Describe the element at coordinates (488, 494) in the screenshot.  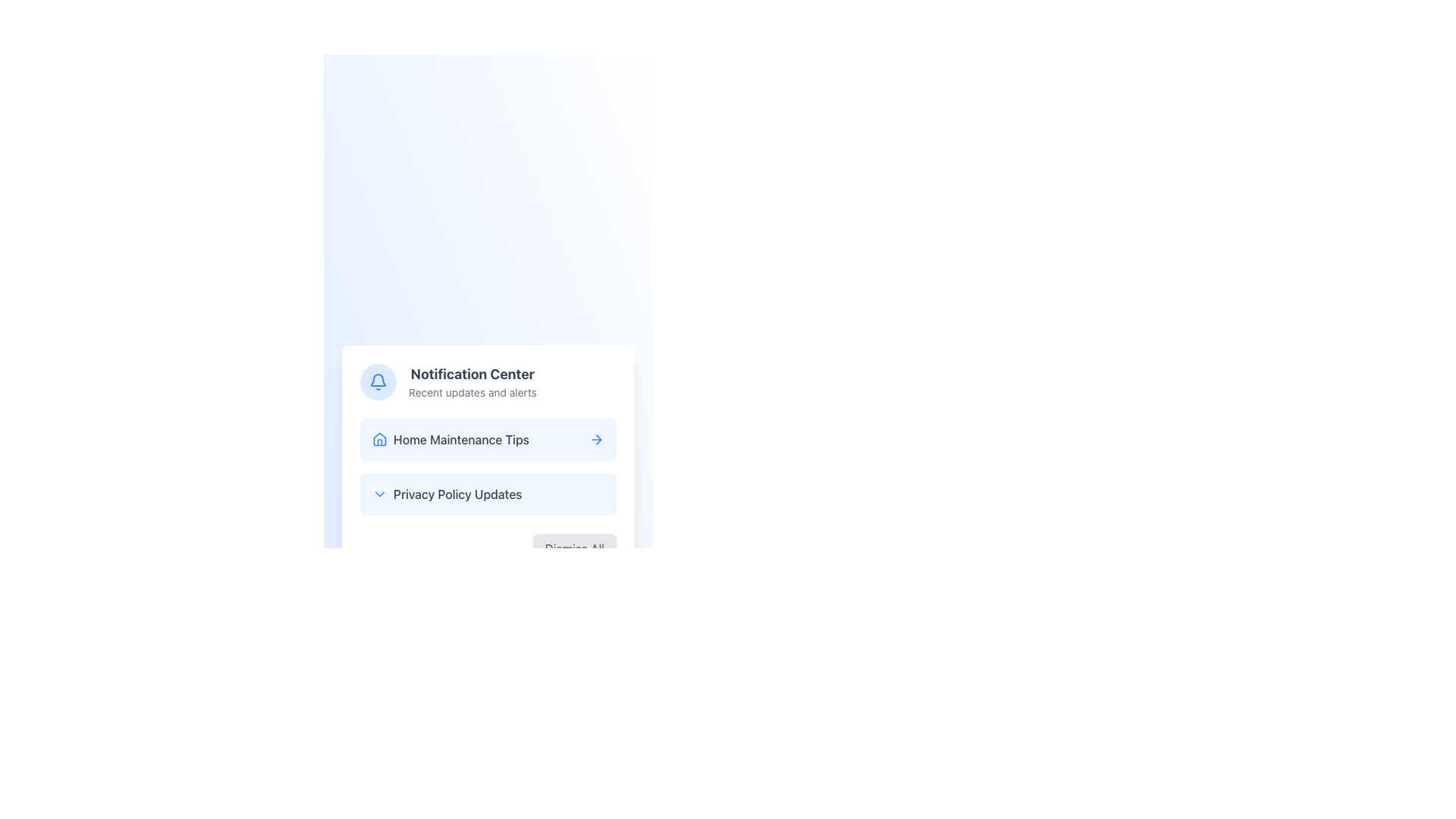
I see `the Collapsible List Item Header` at that location.